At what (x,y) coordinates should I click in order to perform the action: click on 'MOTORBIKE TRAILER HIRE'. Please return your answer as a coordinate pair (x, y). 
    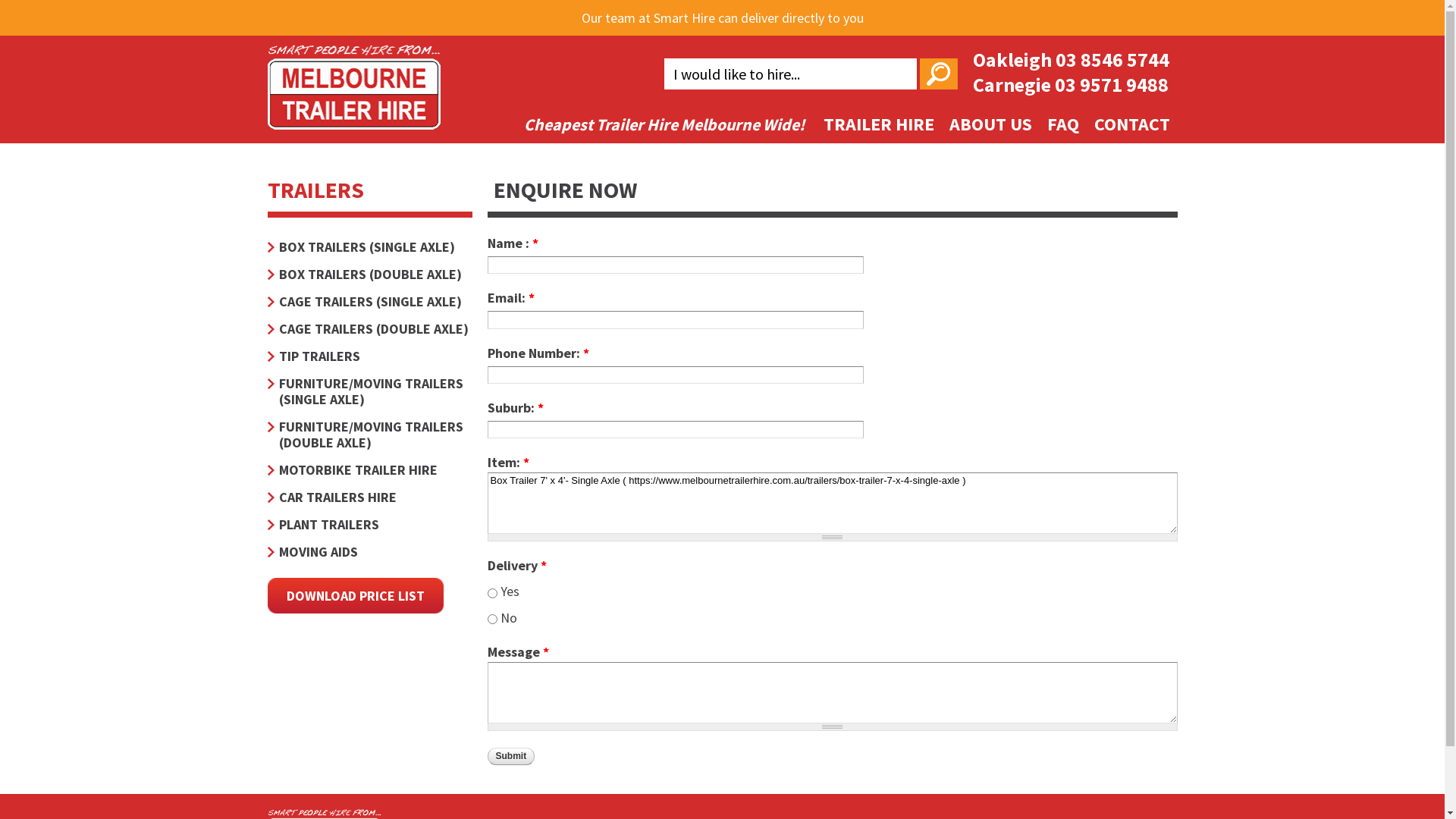
    Looking at the image, I should click on (369, 469).